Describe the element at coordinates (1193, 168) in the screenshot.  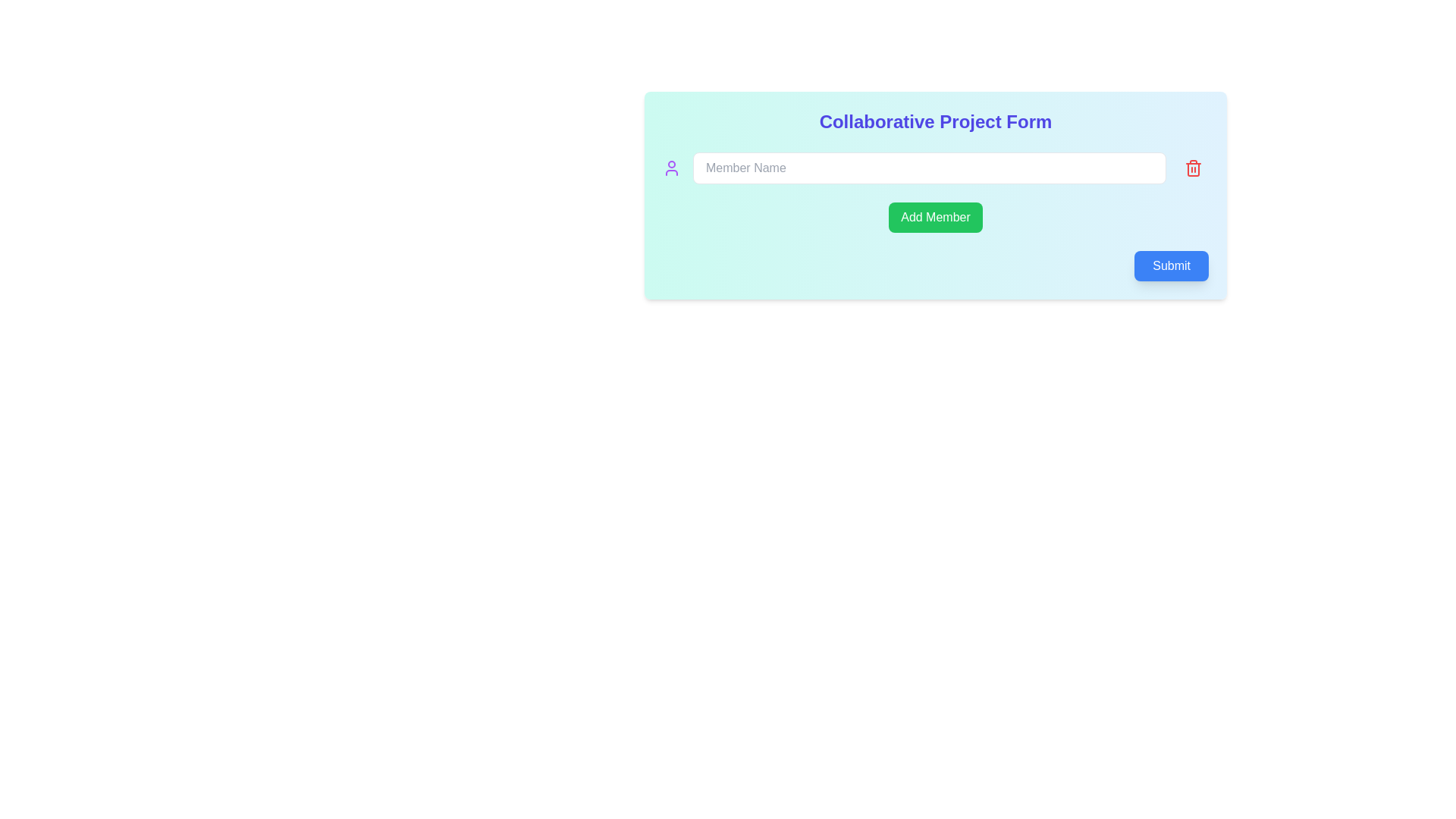
I see `the red trash bin icon located to the right of the 'Member Name' input field in the 'Collaborative Project Form'` at that location.